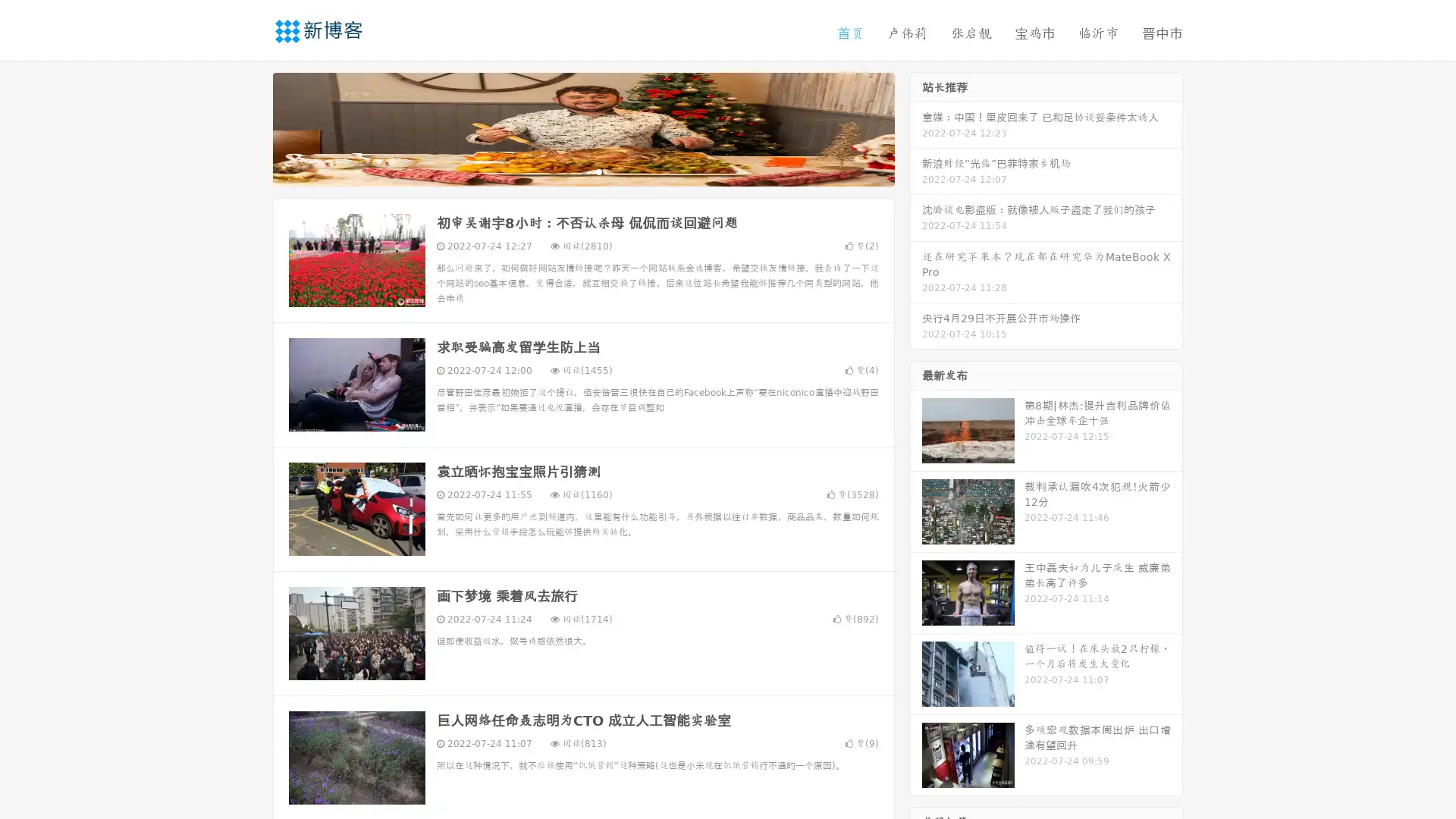 This screenshot has height=819, width=1456. What do you see at coordinates (598, 171) in the screenshot?
I see `Go to slide 3` at bounding box center [598, 171].